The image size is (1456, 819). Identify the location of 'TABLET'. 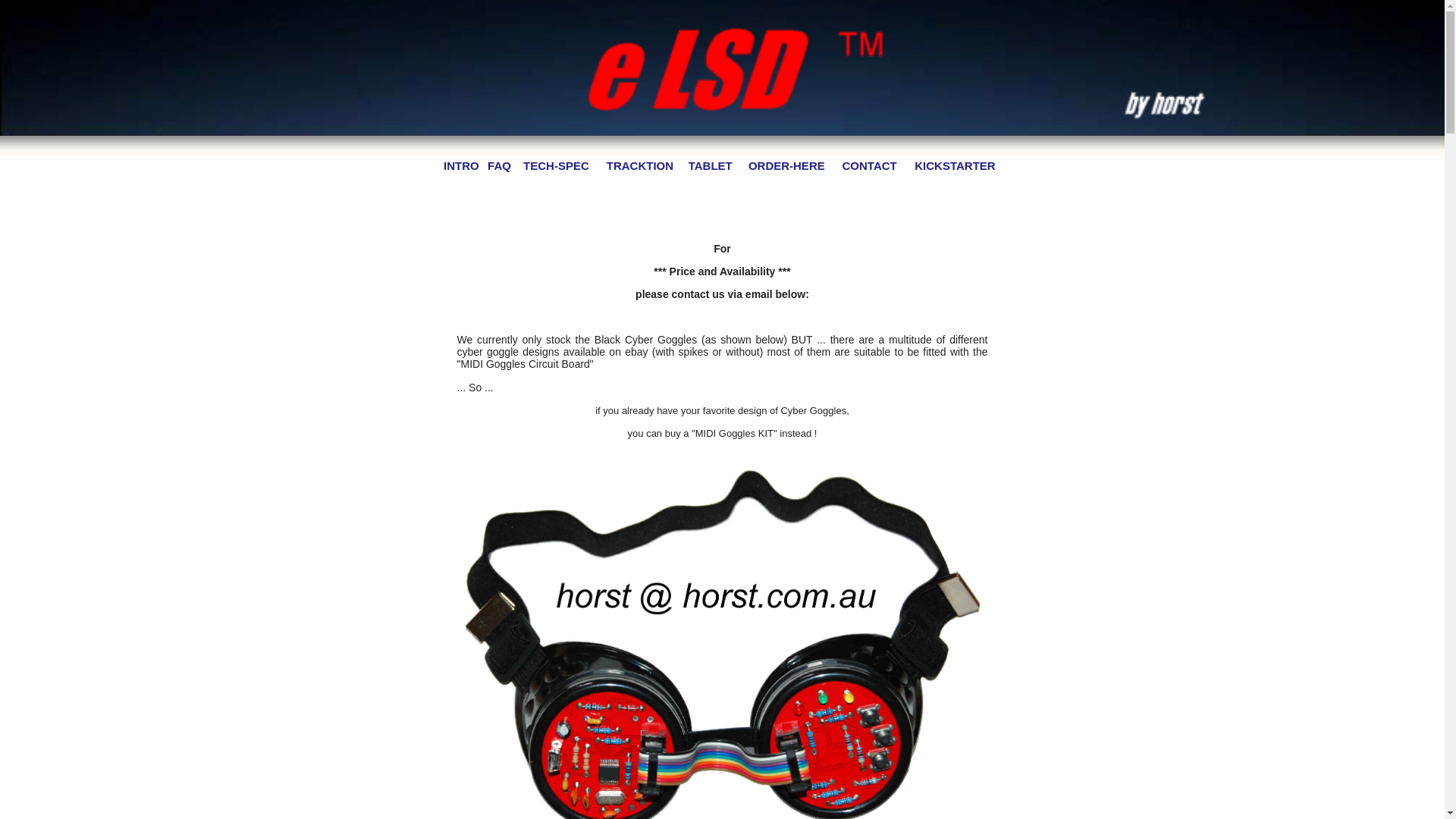
(709, 165).